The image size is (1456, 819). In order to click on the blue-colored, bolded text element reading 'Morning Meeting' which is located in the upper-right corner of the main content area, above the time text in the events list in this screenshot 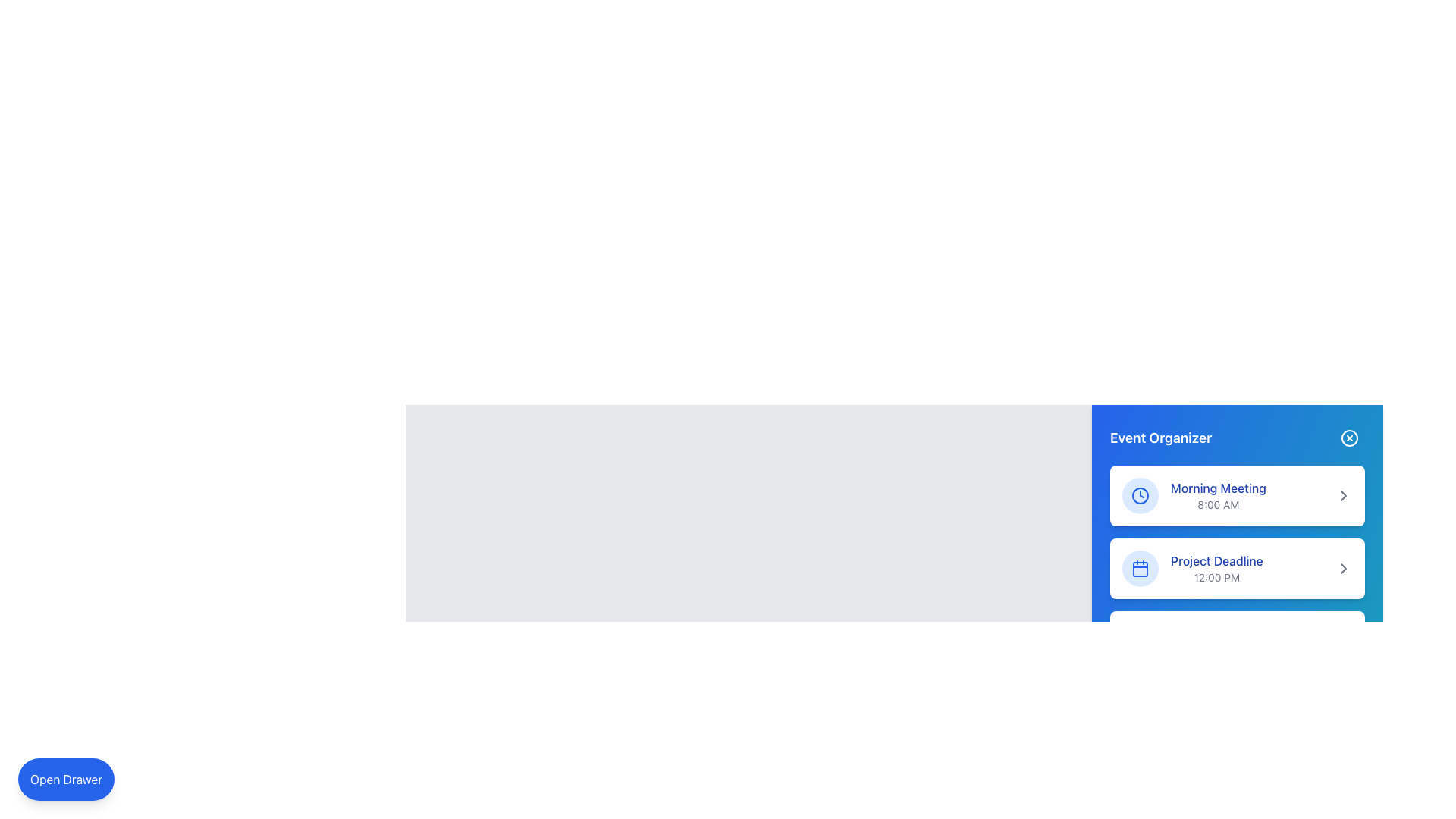, I will do `click(1218, 488)`.